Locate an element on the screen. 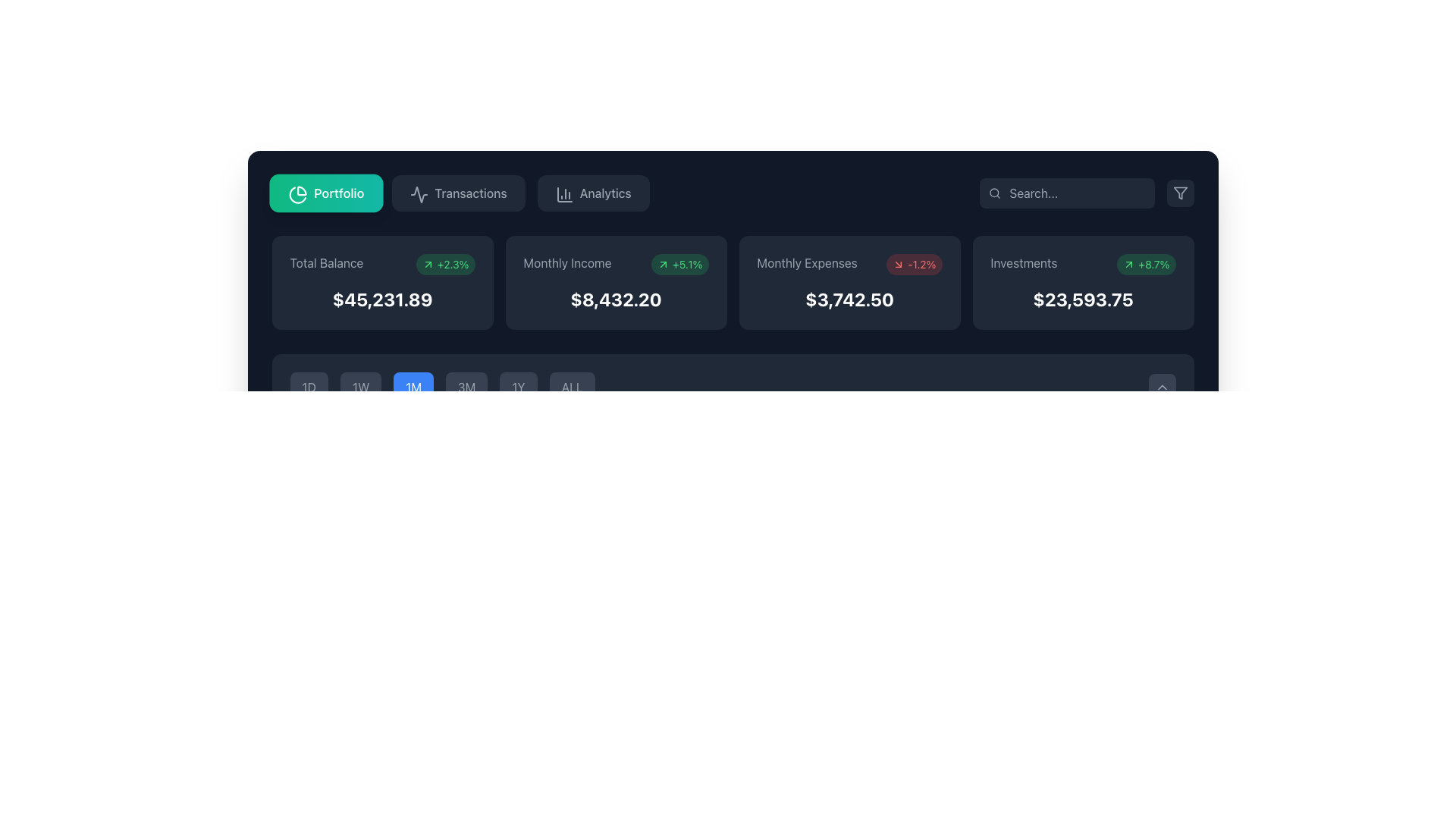 The width and height of the screenshot is (1456, 819). the static text label displaying 'Monthly Expenses' in gray font, which serves as a descriptor for associated data and is positioned above the value $3,742.50 is located at coordinates (806, 262).